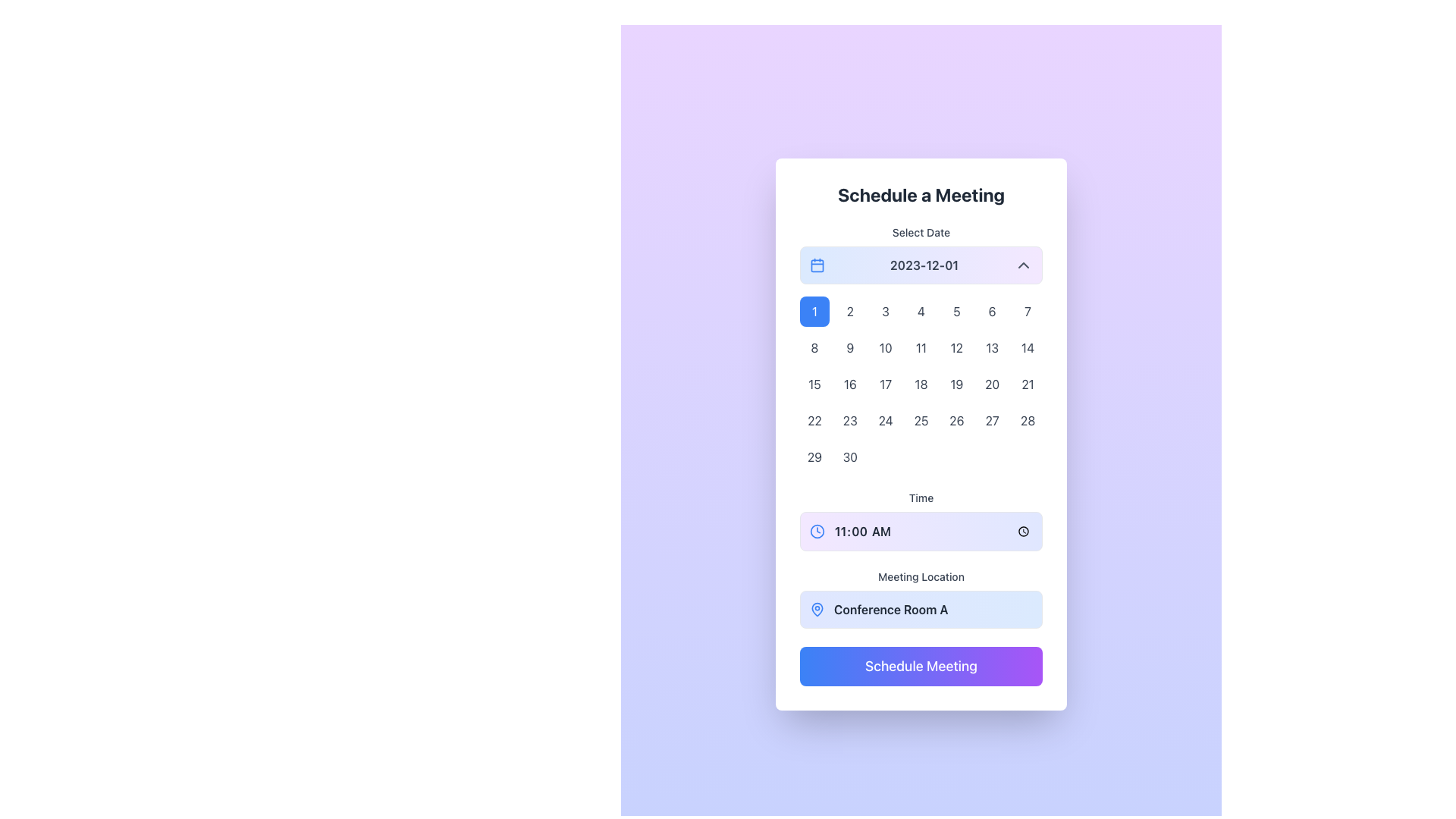 The height and width of the screenshot is (819, 1456). What do you see at coordinates (924, 265) in the screenshot?
I see `the Text Label displaying the date '2023-12-01'` at bounding box center [924, 265].